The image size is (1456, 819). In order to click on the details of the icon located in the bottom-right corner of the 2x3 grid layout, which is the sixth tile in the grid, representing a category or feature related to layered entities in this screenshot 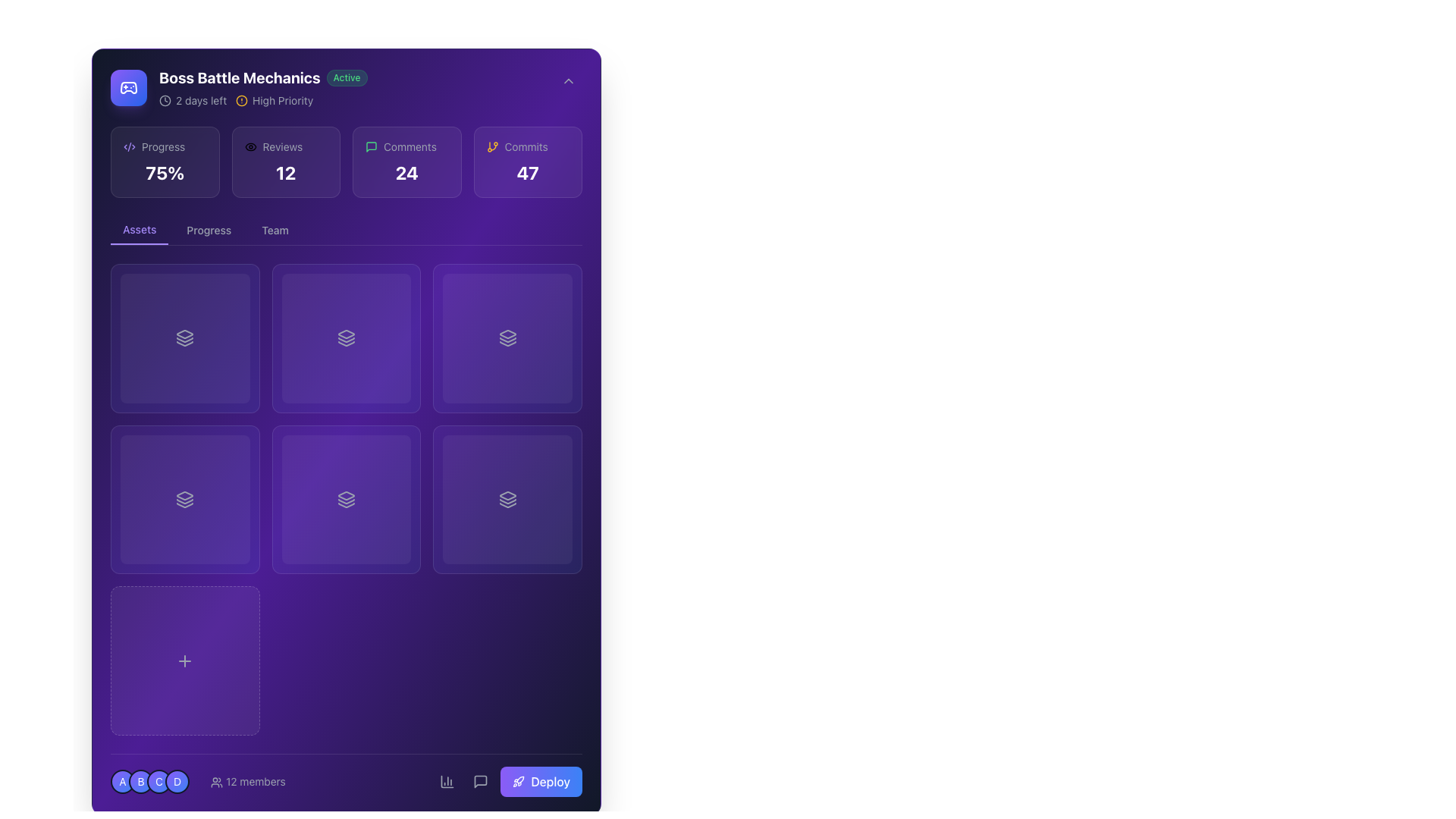, I will do `click(507, 500)`.